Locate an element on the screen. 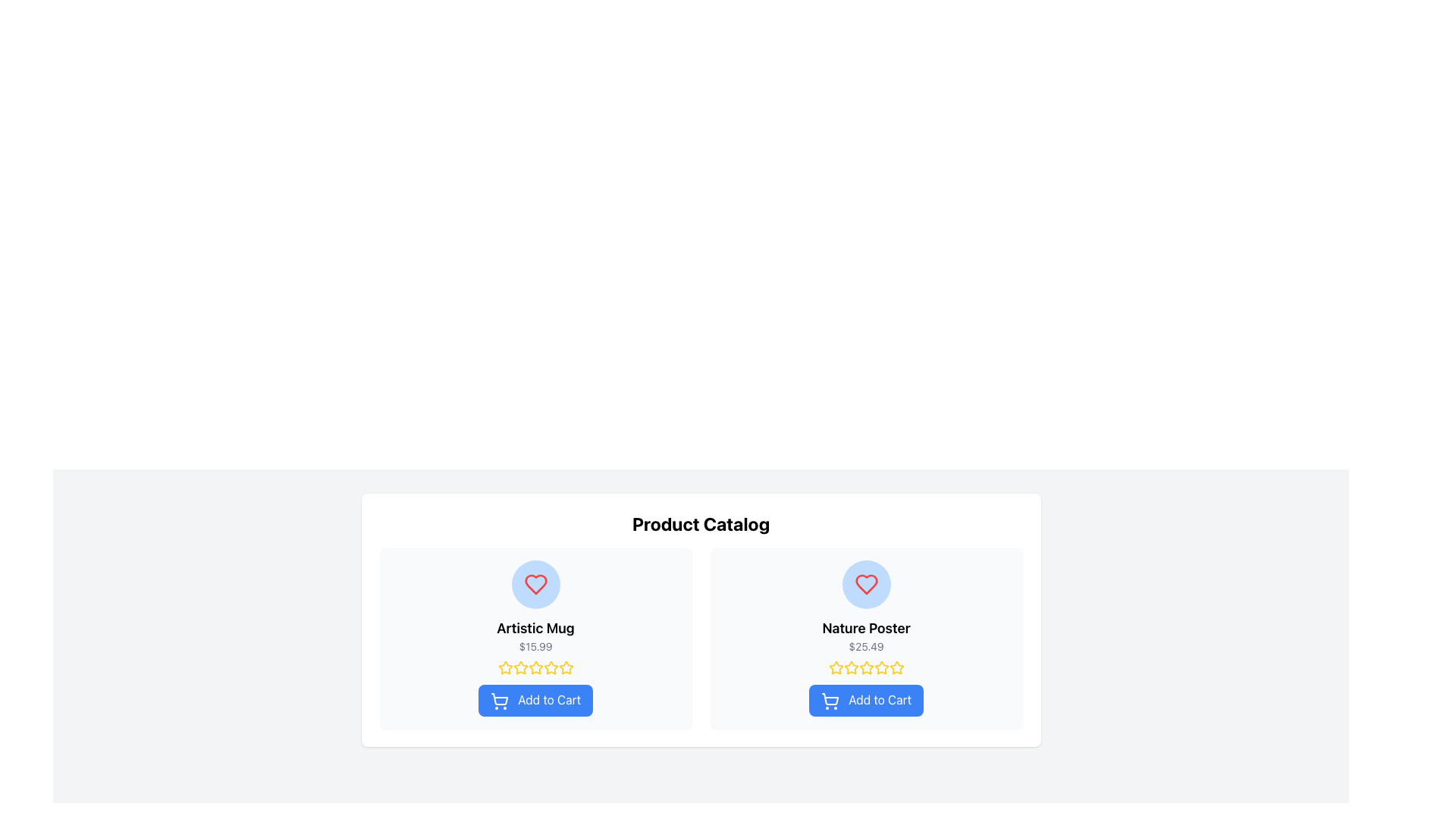 Image resolution: width=1456 pixels, height=819 pixels. the shopping cart icon that is part of the 'Add to Cart' button for the 'Nature Poster' product, which is outlined in blue and located to the left of the text 'Add to Cart' is located at coordinates (829, 701).